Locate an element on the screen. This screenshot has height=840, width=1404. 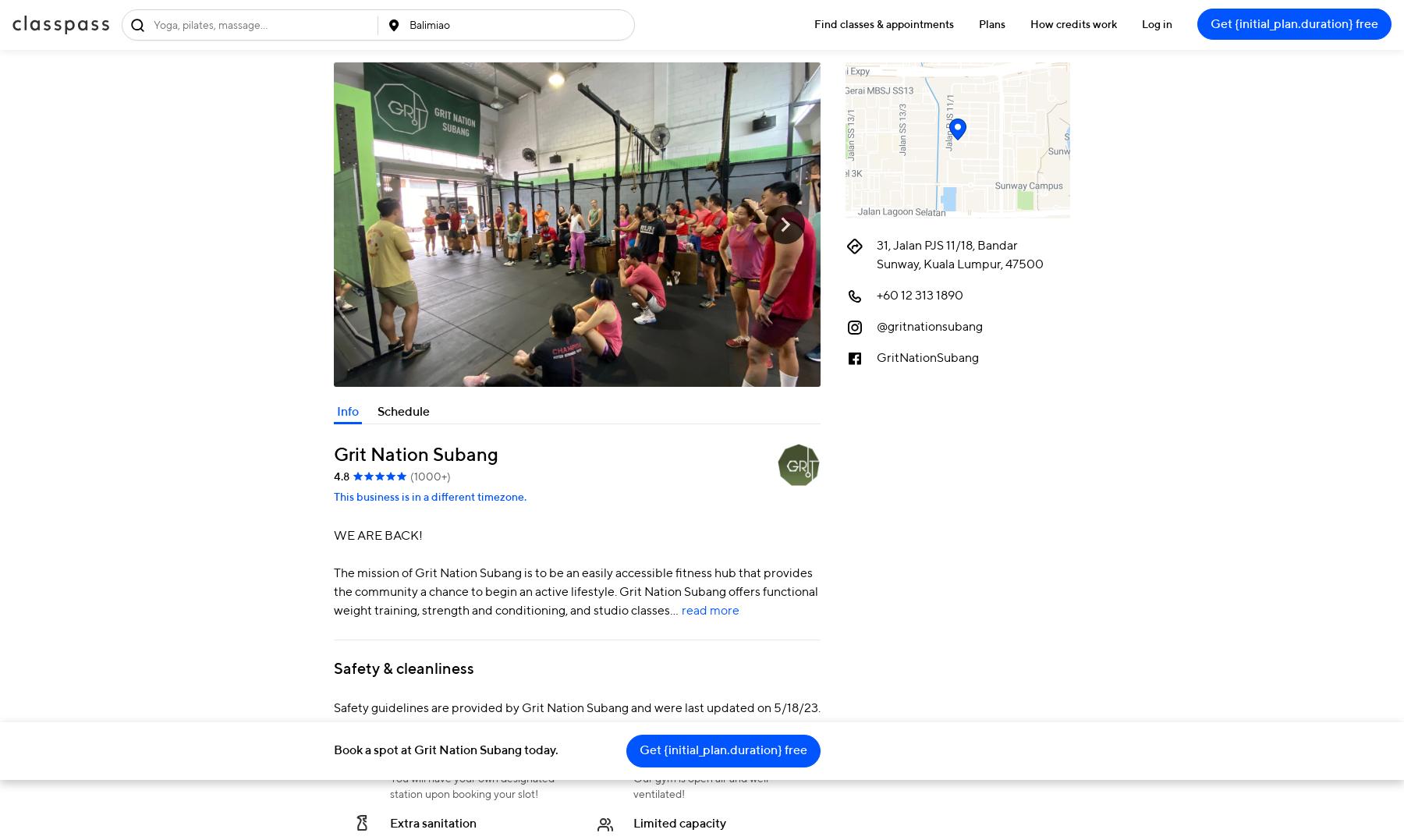
'This business is in a different timezone.' is located at coordinates (334, 497).